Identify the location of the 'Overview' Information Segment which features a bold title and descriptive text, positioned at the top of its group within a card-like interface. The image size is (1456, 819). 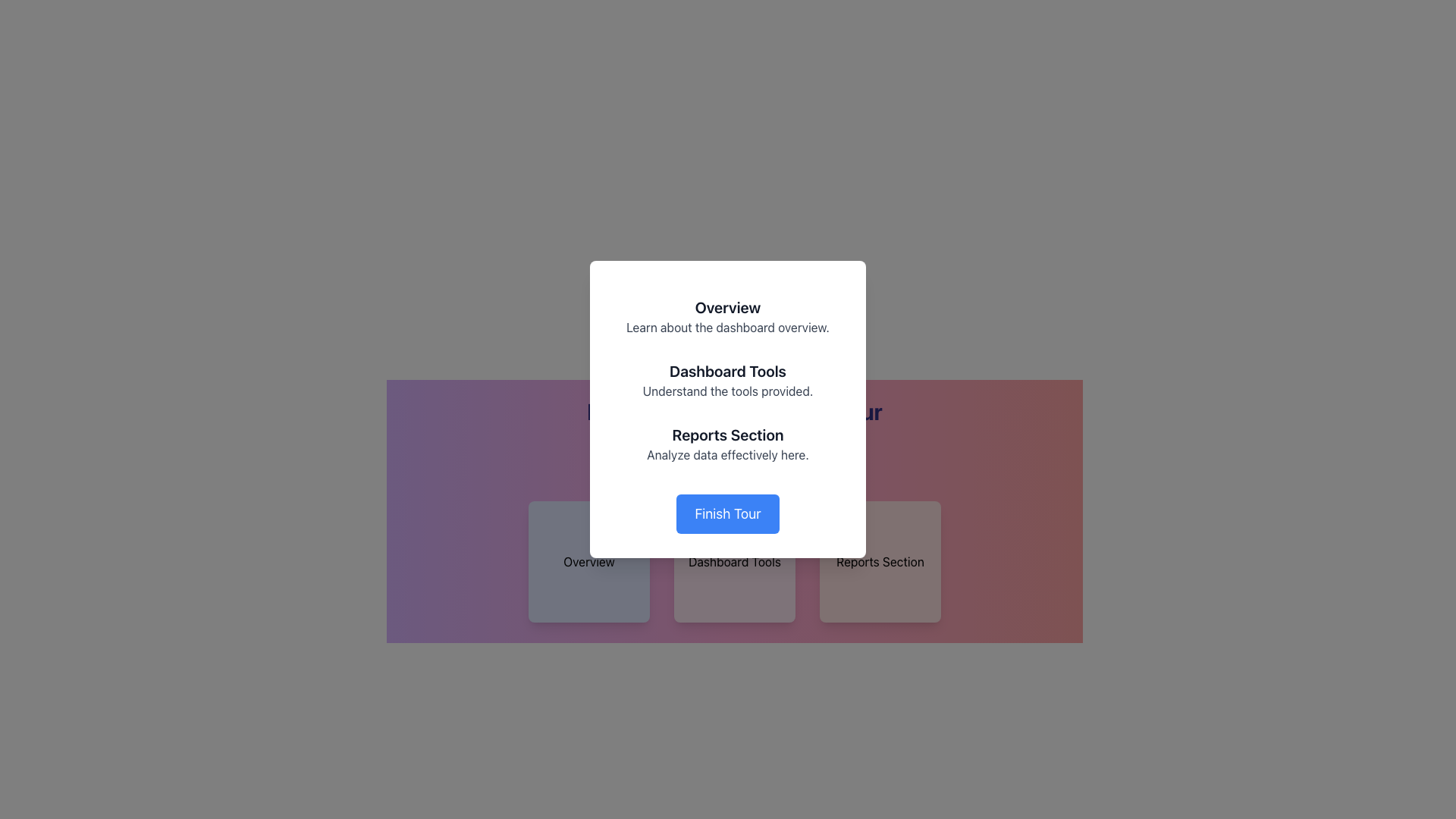
(728, 315).